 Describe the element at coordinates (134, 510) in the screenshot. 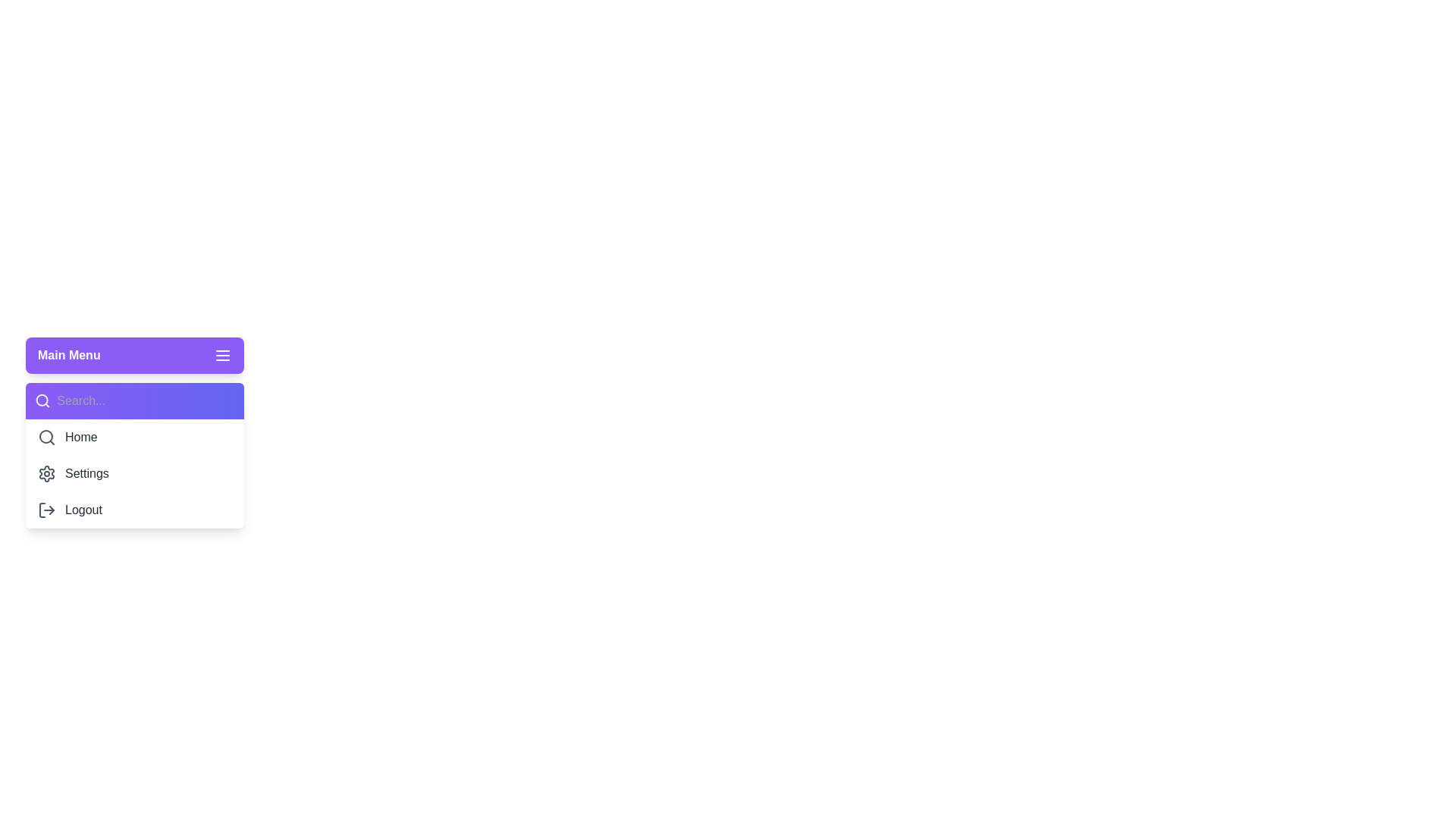

I see `the 'Logout' menu item to log out` at that location.